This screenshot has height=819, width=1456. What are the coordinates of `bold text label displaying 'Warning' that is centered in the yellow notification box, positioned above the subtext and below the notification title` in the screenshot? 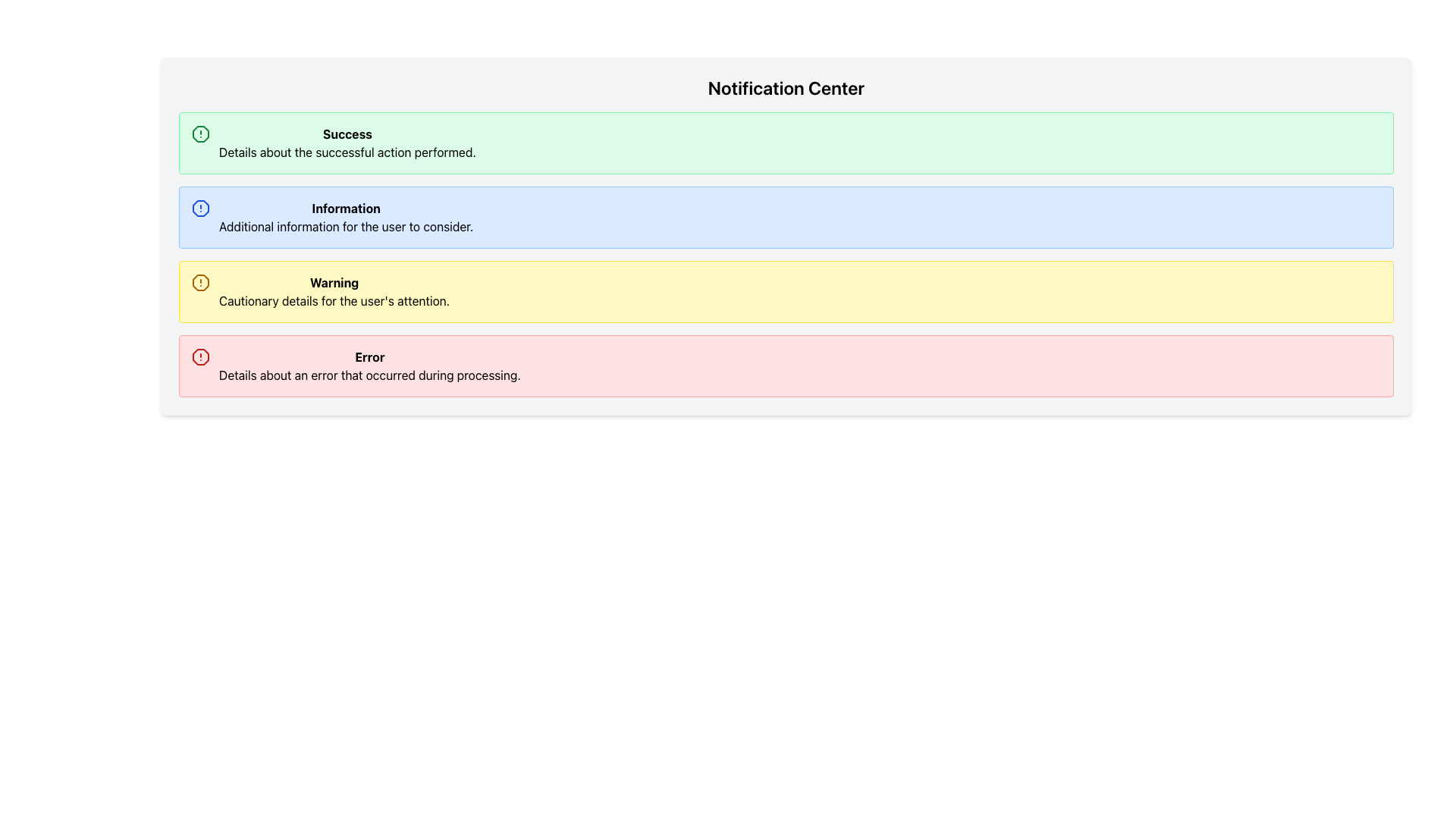 It's located at (334, 283).